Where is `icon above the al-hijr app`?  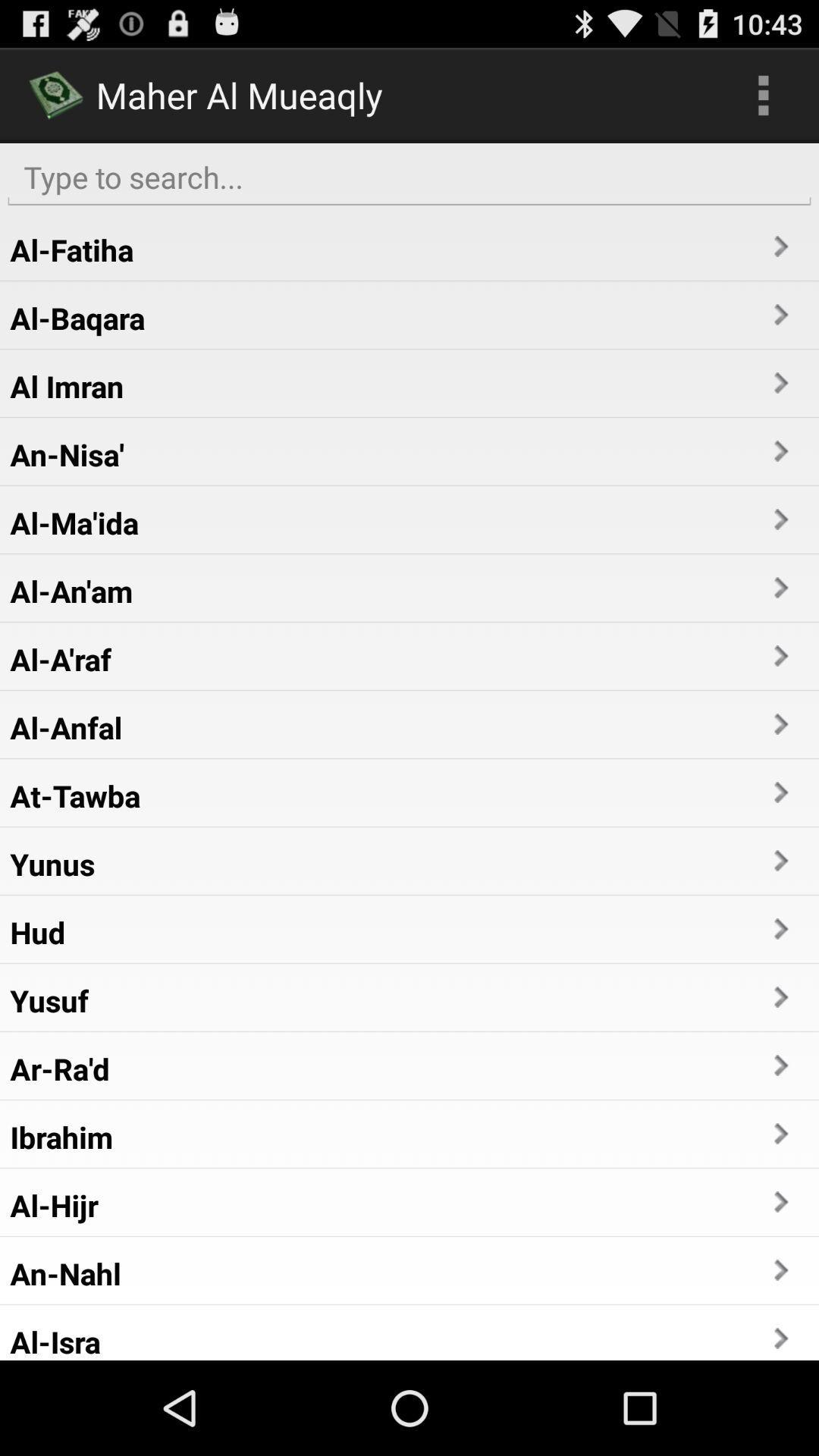 icon above the al-hijr app is located at coordinates (61, 1137).